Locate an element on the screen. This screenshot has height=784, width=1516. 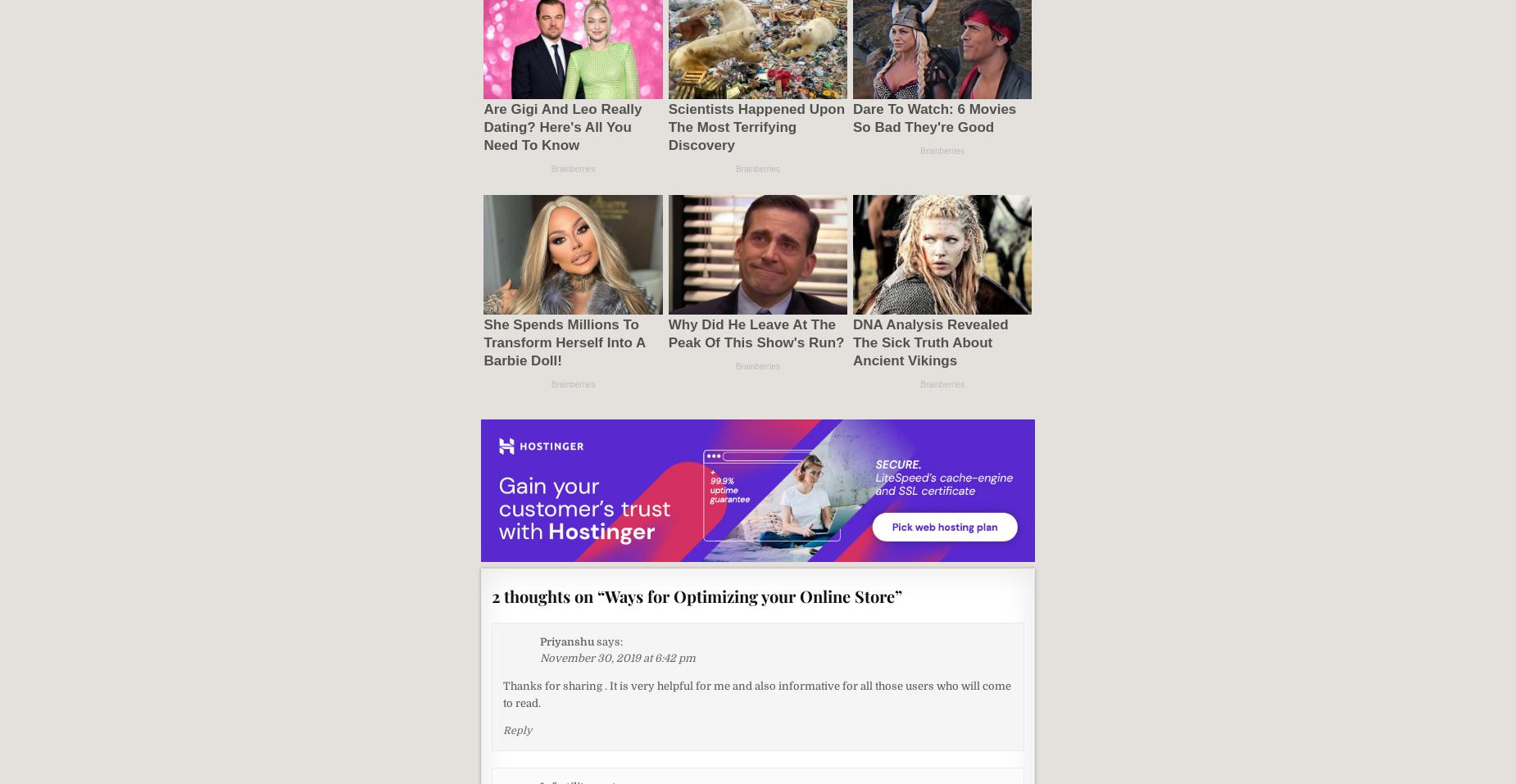
'DNA Analysis Revealed The Sick Truth About Ancient Vikings' is located at coordinates (851, 341).